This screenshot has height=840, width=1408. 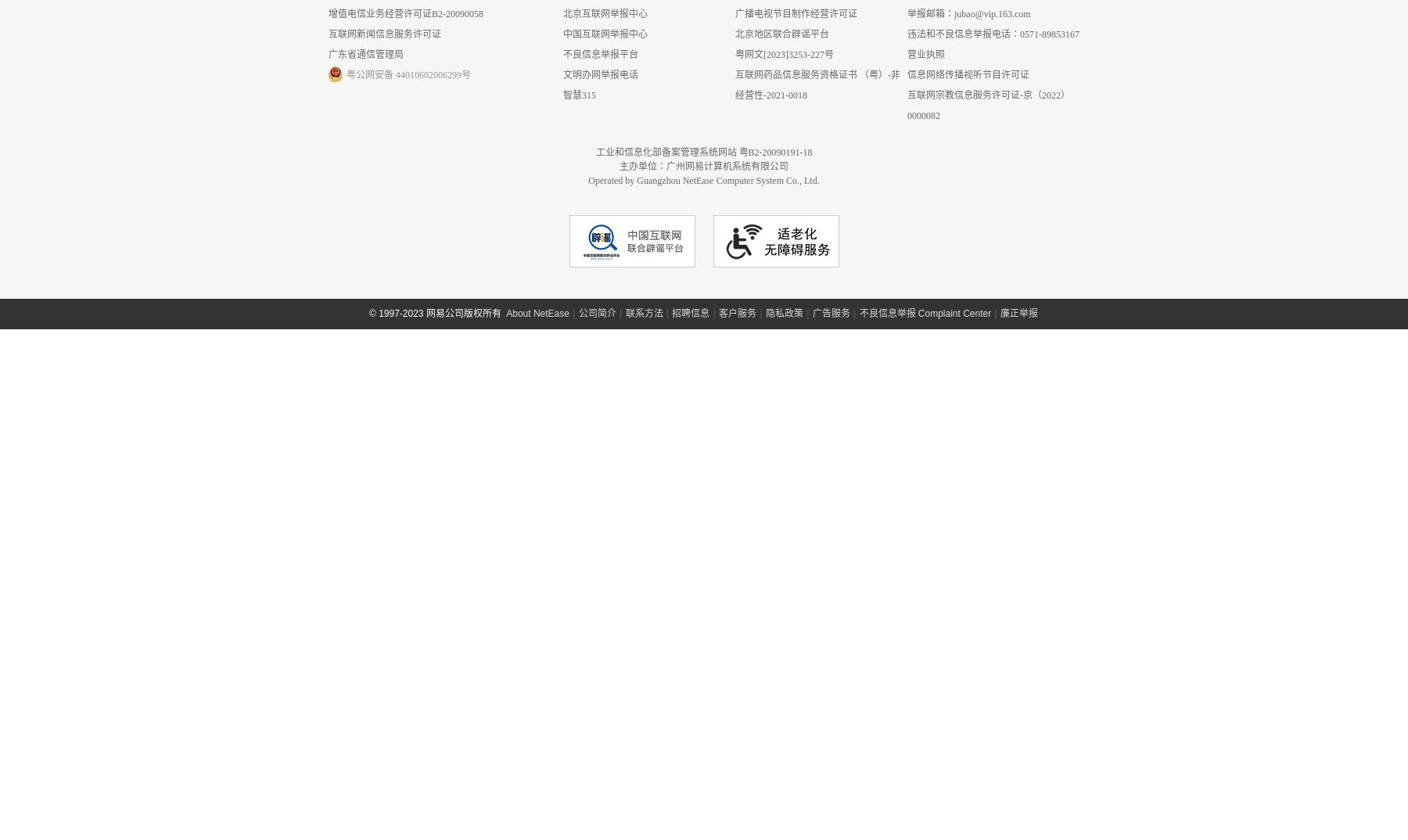 I want to click on '1997-2023 网易公司版权所有', so click(x=239, y=831).